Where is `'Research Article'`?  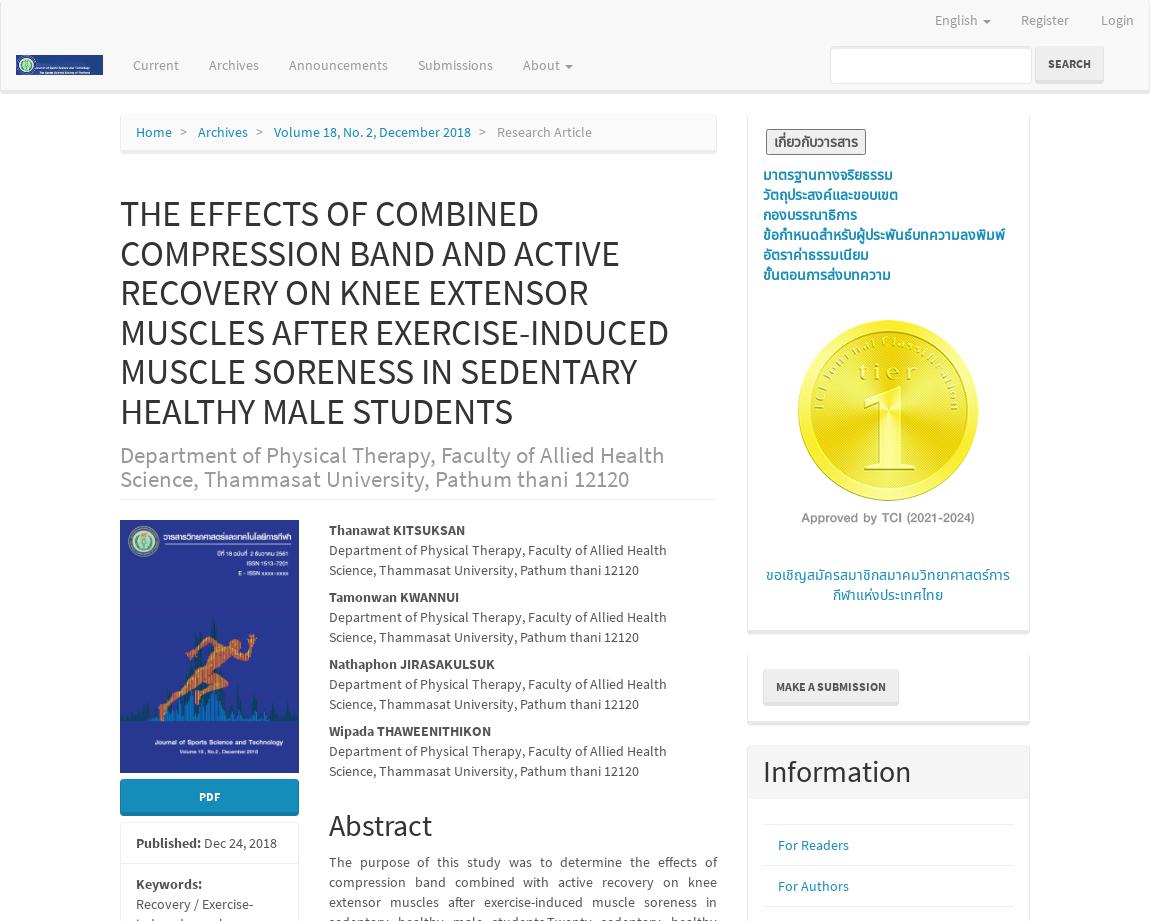
'Research Article' is located at coordinates (543, 131).